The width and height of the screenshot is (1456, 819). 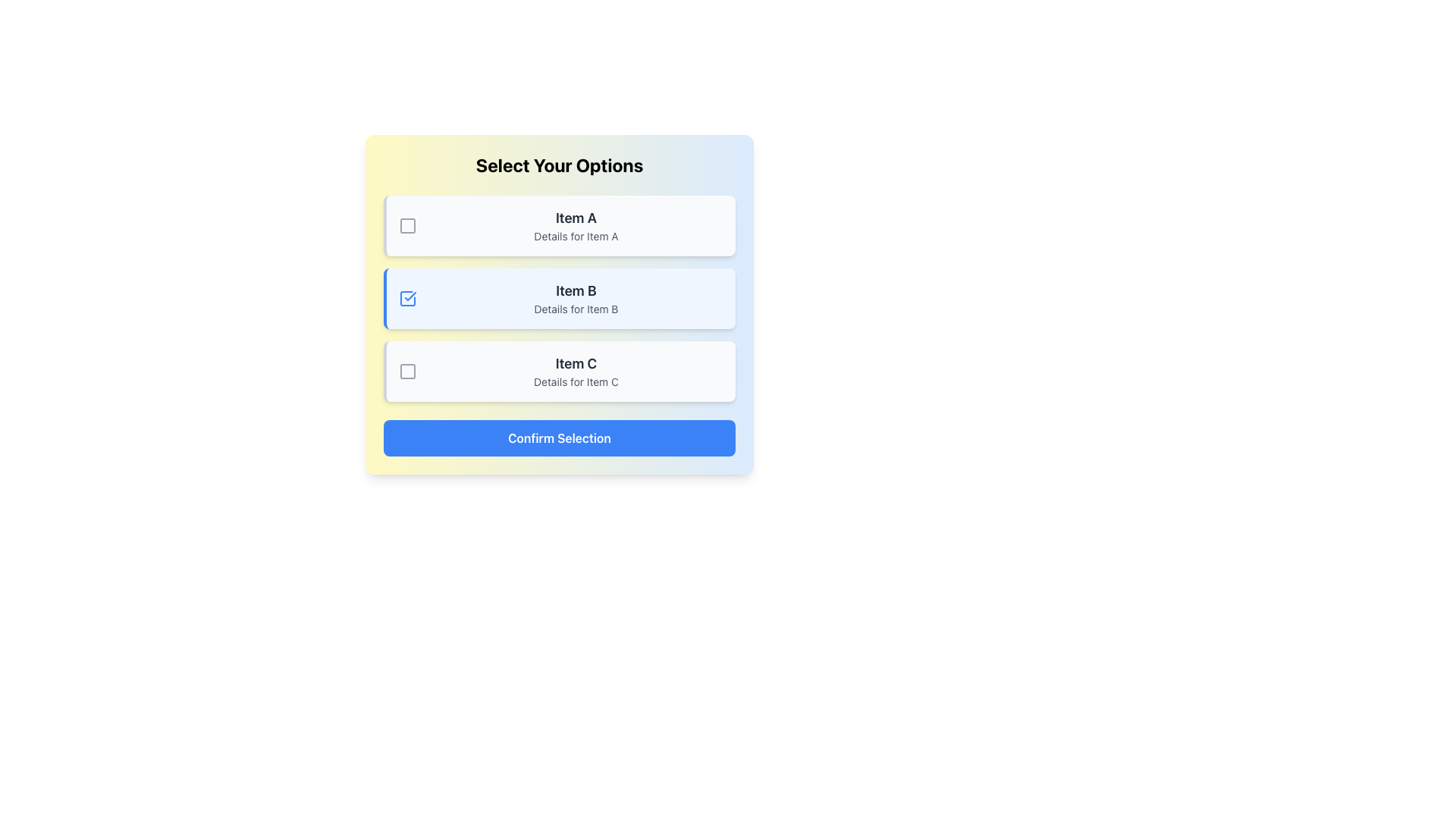 What do you see at coordinates (575, 237) in the screenshot?
I see `descriptive text label located directly below 'Item A' in the first item option section, which aids users in understanding the content and relevance of this option` at bounding box center [575, 237].